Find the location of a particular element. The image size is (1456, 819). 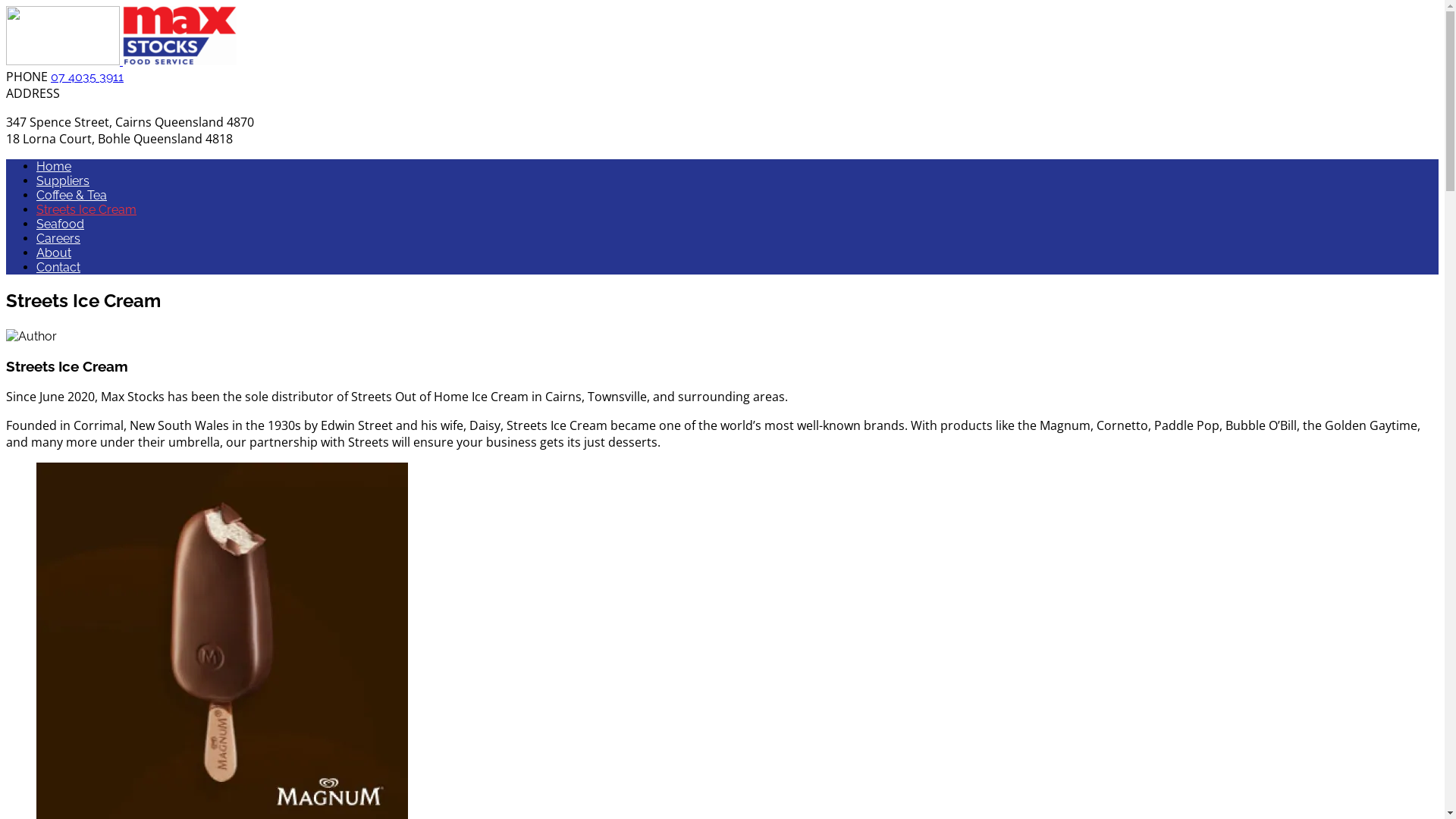

'Contact' is located at coordinates (58, 266).